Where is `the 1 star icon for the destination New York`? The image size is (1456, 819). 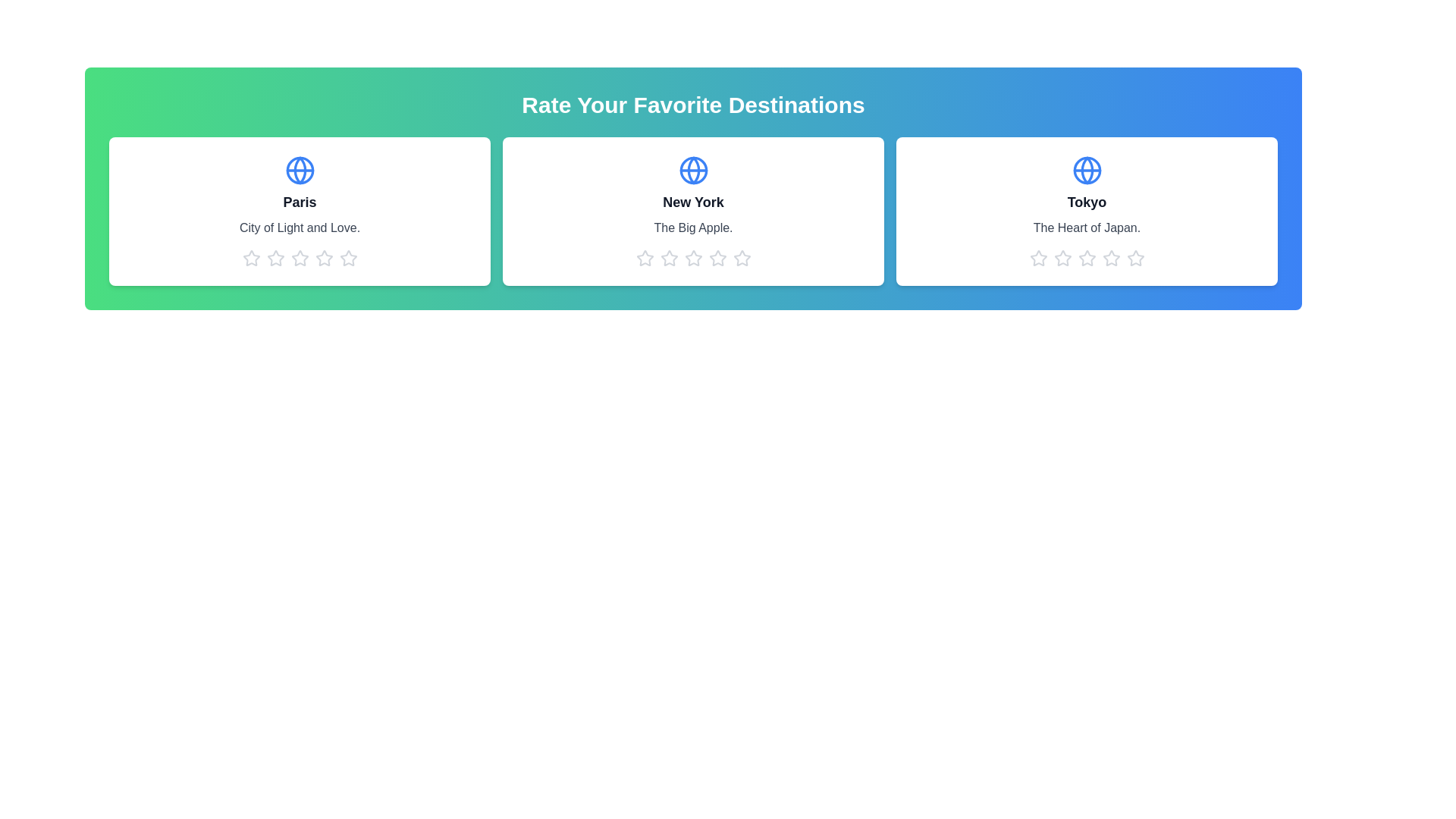
the 1 star icon for the destination New York is located at coordinates (645, 257).